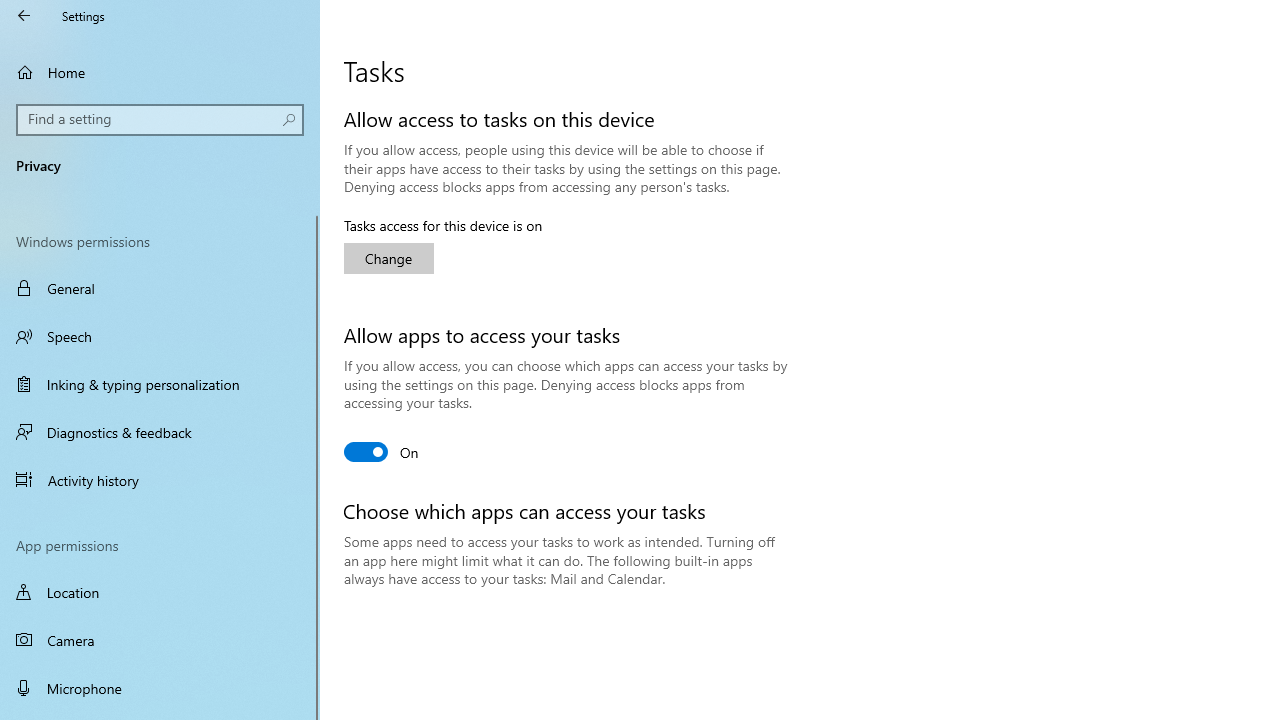 This screenshot has height=720, width=1280. Describe the element at coordinates (160, 479) in the screenshot. I see `'Activity history'` at that location.